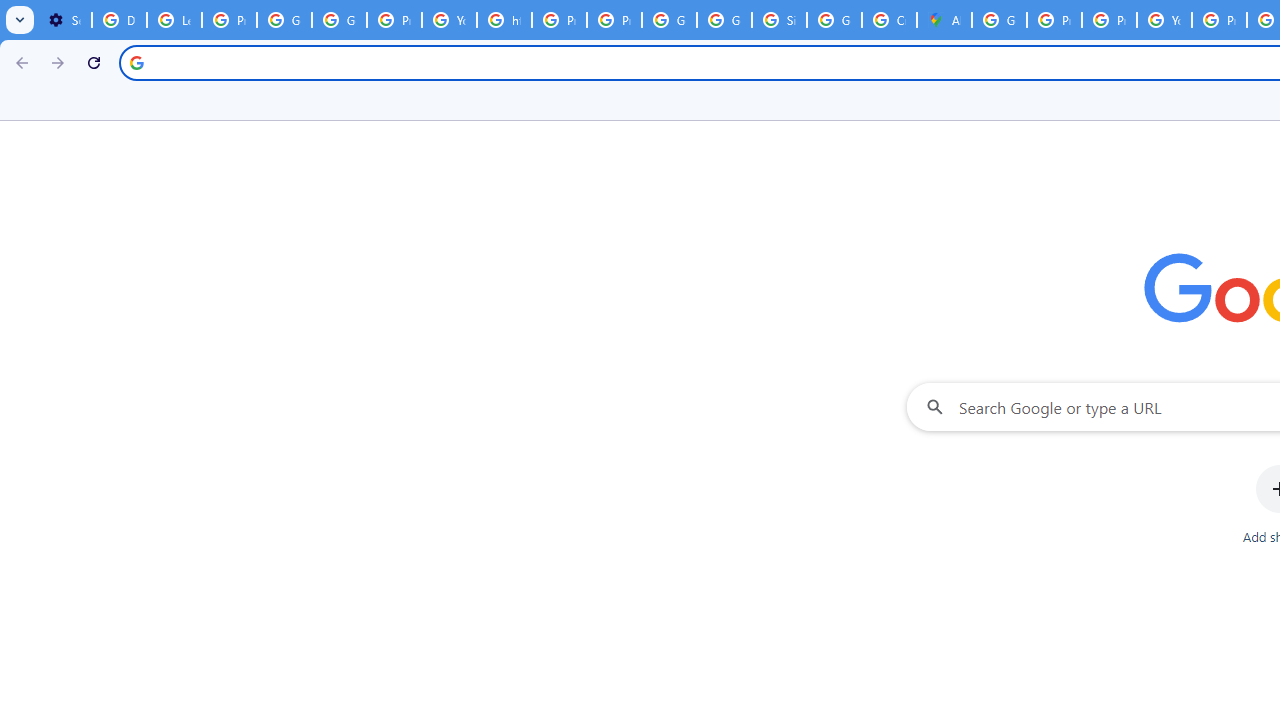 The height and width of the screenshot is (720, 1280). What do you see at coordinates (283, 20) in the screenshot?
I see `'Google Account Help'` at bounding box center [283, 20].